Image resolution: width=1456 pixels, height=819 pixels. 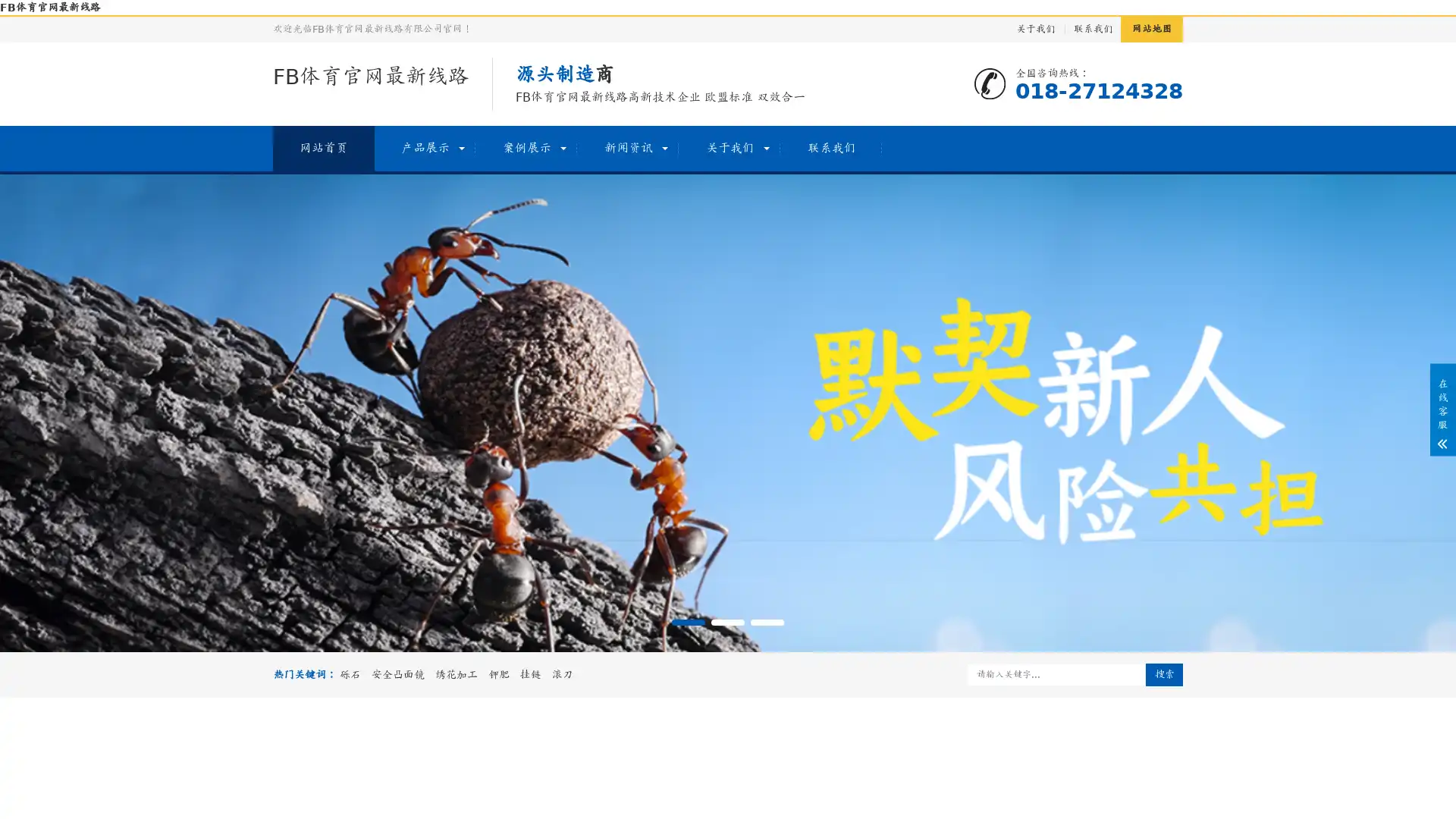 I want to click on Go to slide 2, so click(x=728, y=623).